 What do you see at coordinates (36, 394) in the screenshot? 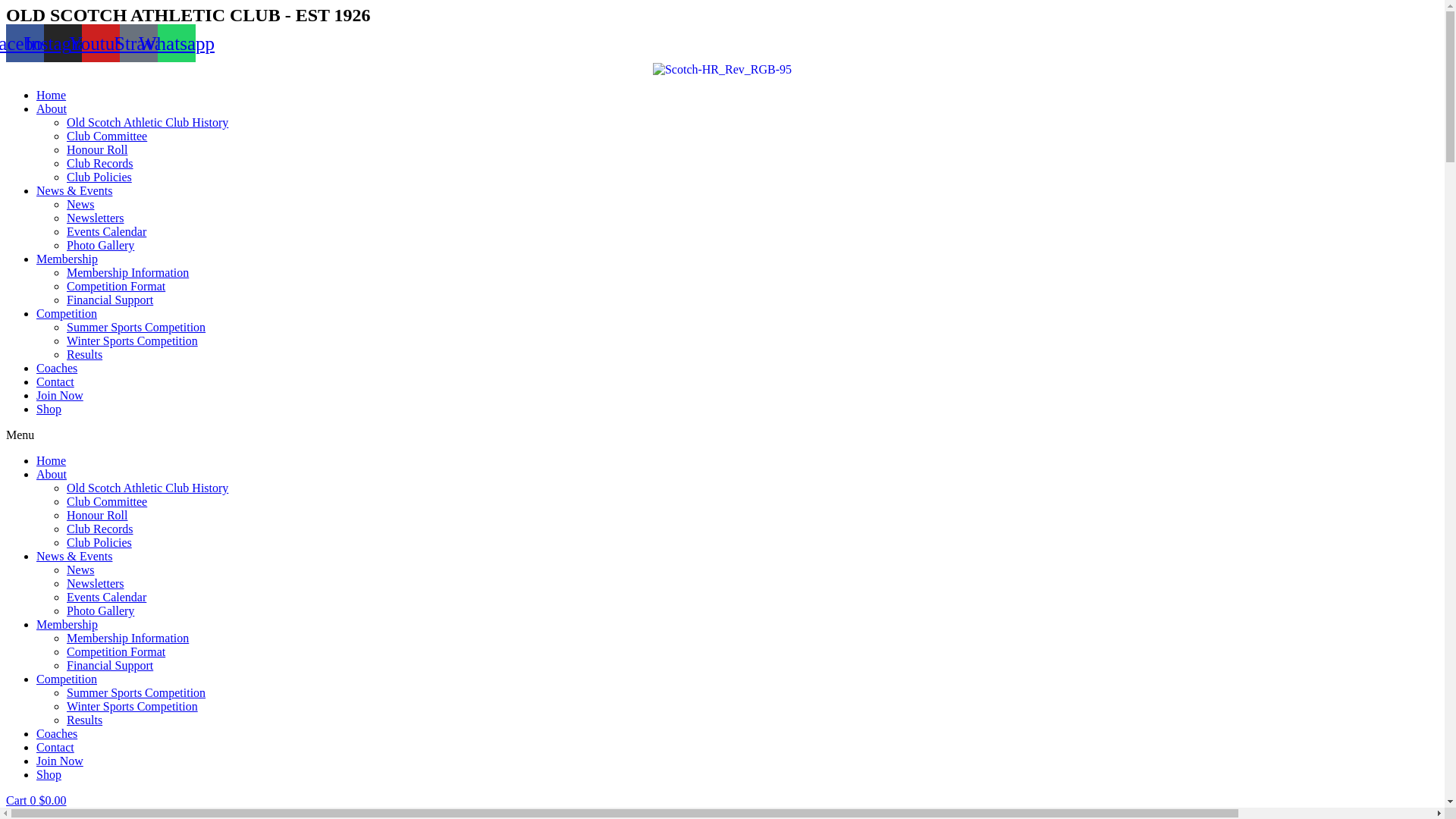
I see `'Join Now'` at bounding box center [36, 394].